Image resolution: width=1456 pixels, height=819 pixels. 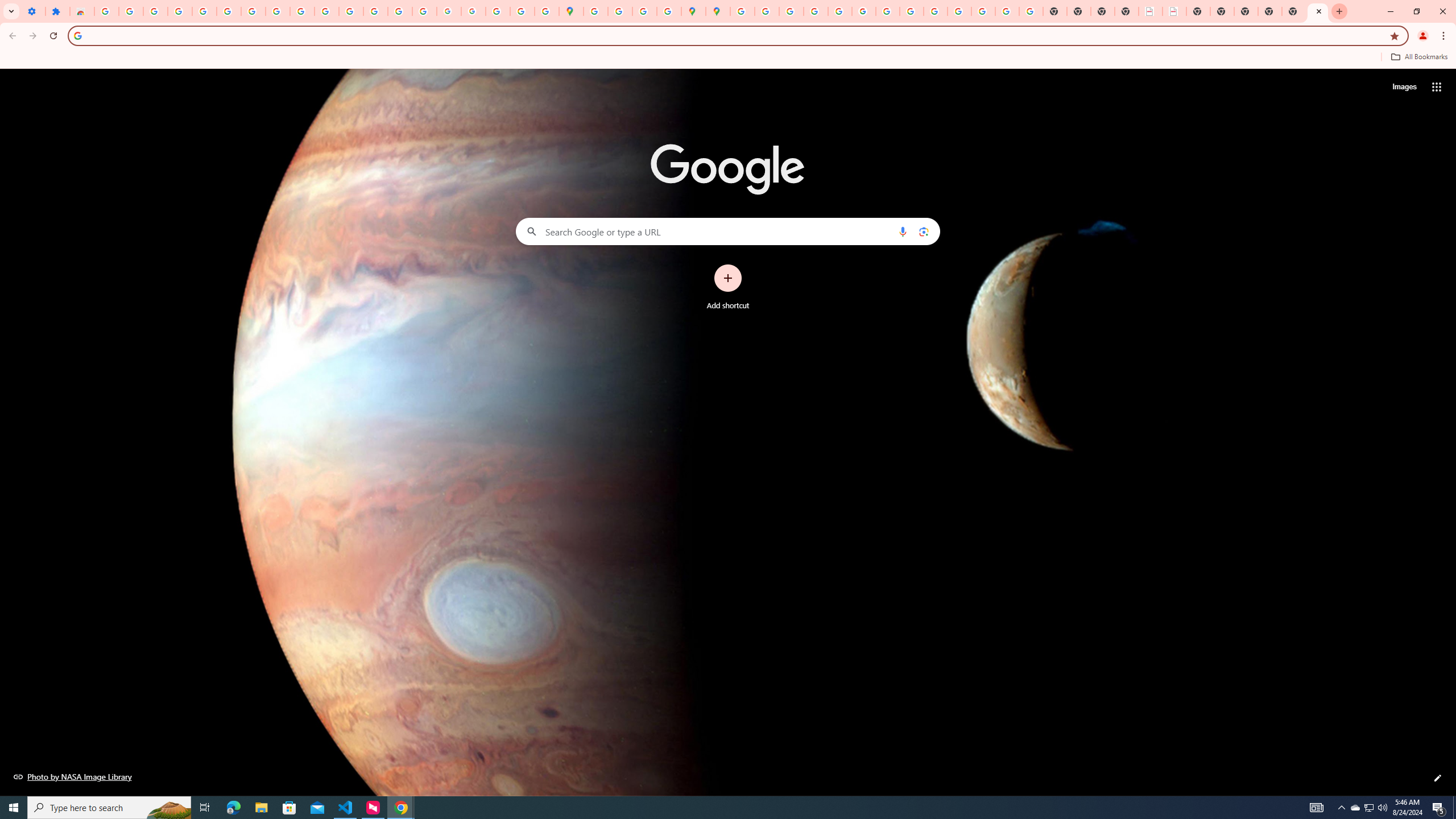 What do you see at coordinates (106, 11) in the screenshot?
I see `'Sign in - Google Accounts'` at bounding box center [106, 11].